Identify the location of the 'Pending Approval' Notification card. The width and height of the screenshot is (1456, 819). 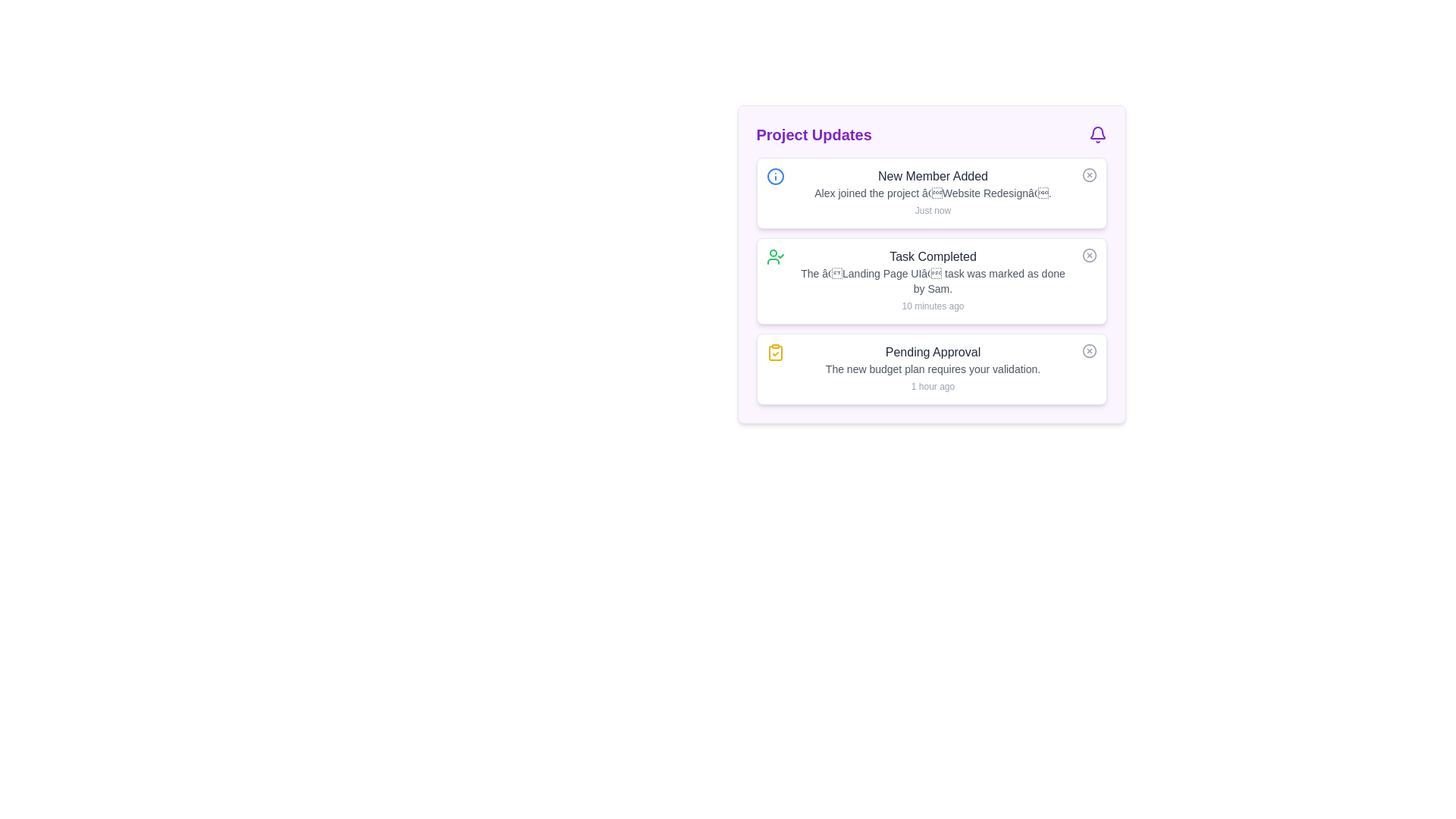
(930, 369).